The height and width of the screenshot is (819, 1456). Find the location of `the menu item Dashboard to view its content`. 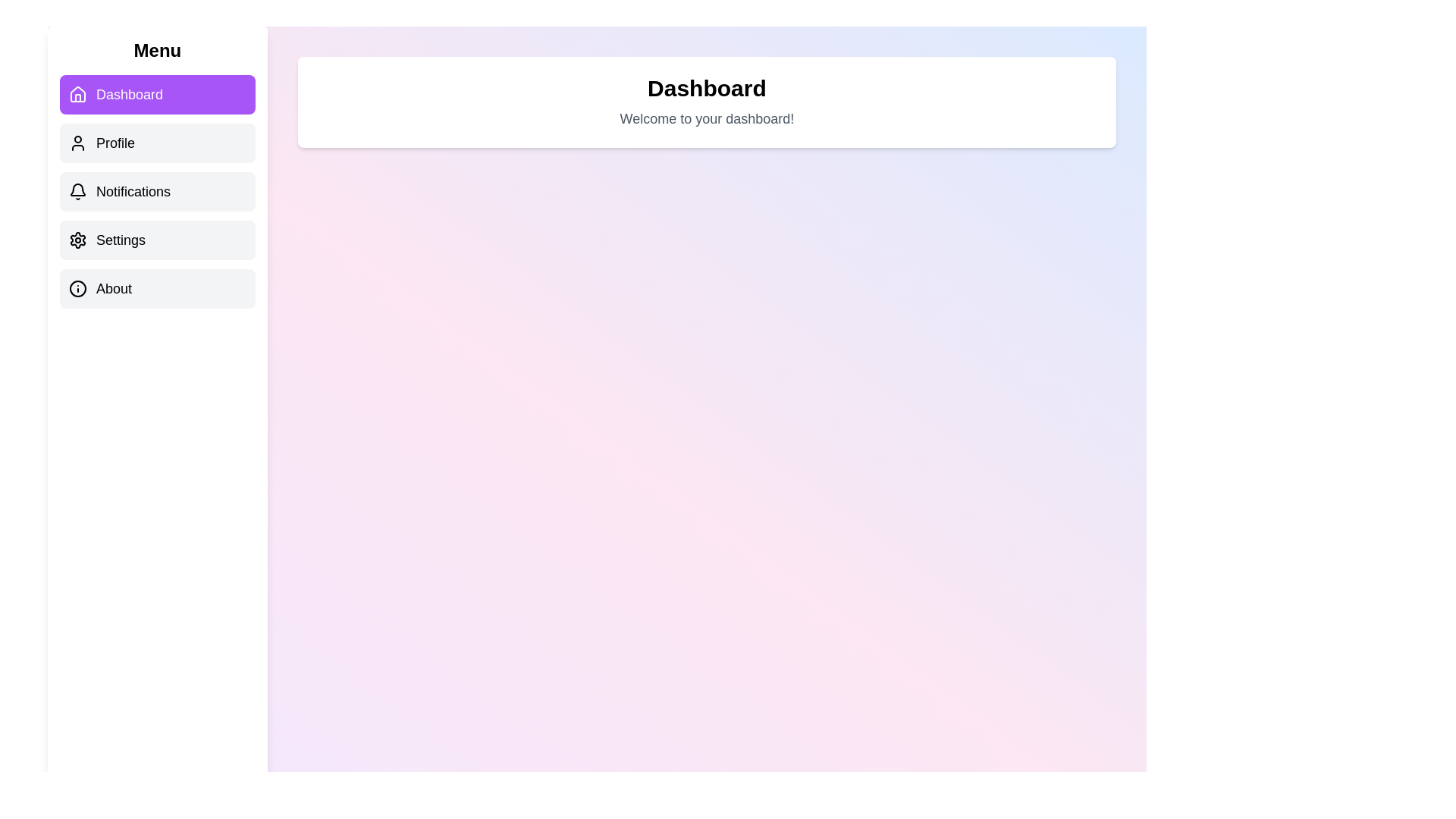

the menu item Dashboard to view its content is located at coordinates (157, 94).